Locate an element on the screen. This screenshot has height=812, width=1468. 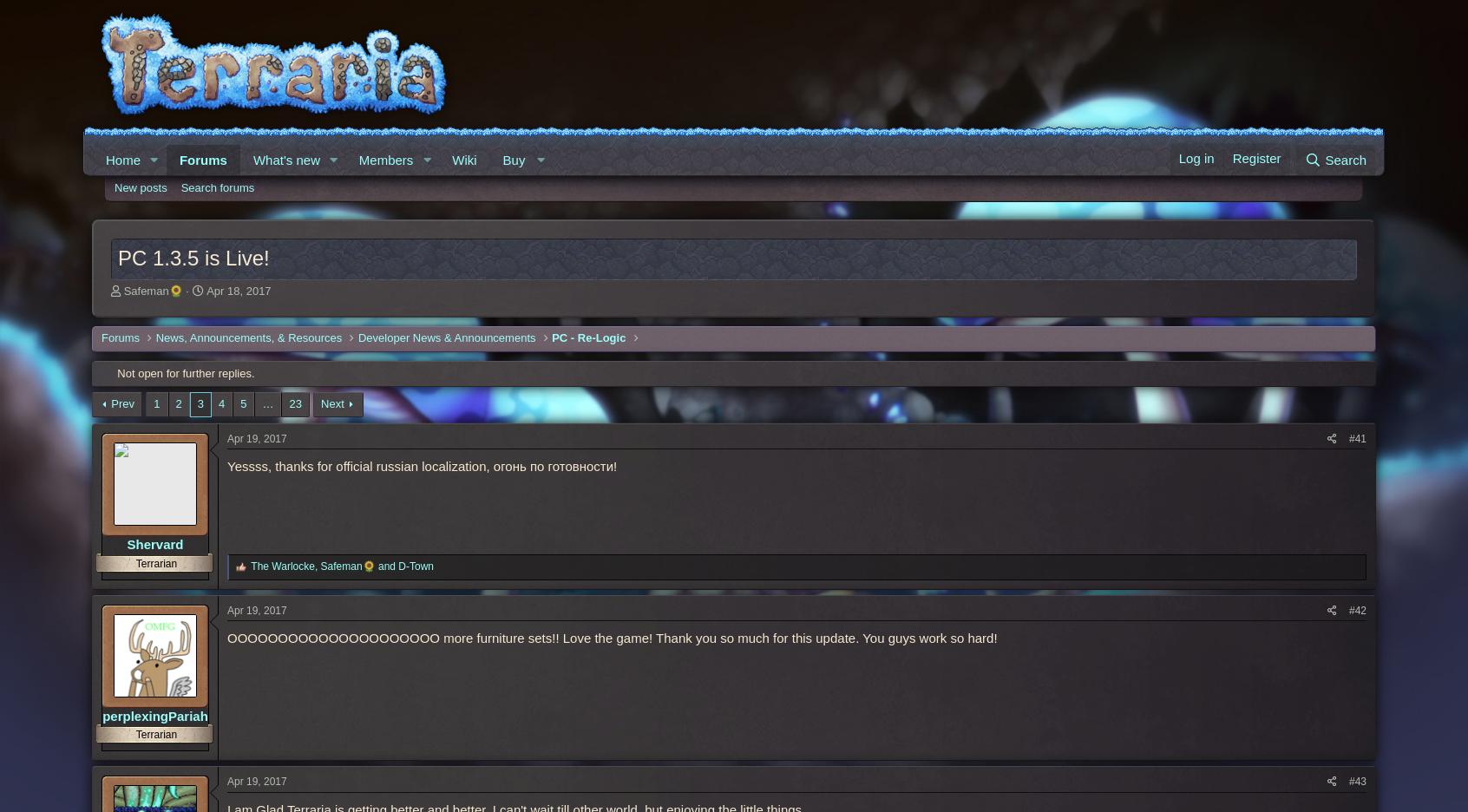
'Buy' is located at coordinates (513, 159).